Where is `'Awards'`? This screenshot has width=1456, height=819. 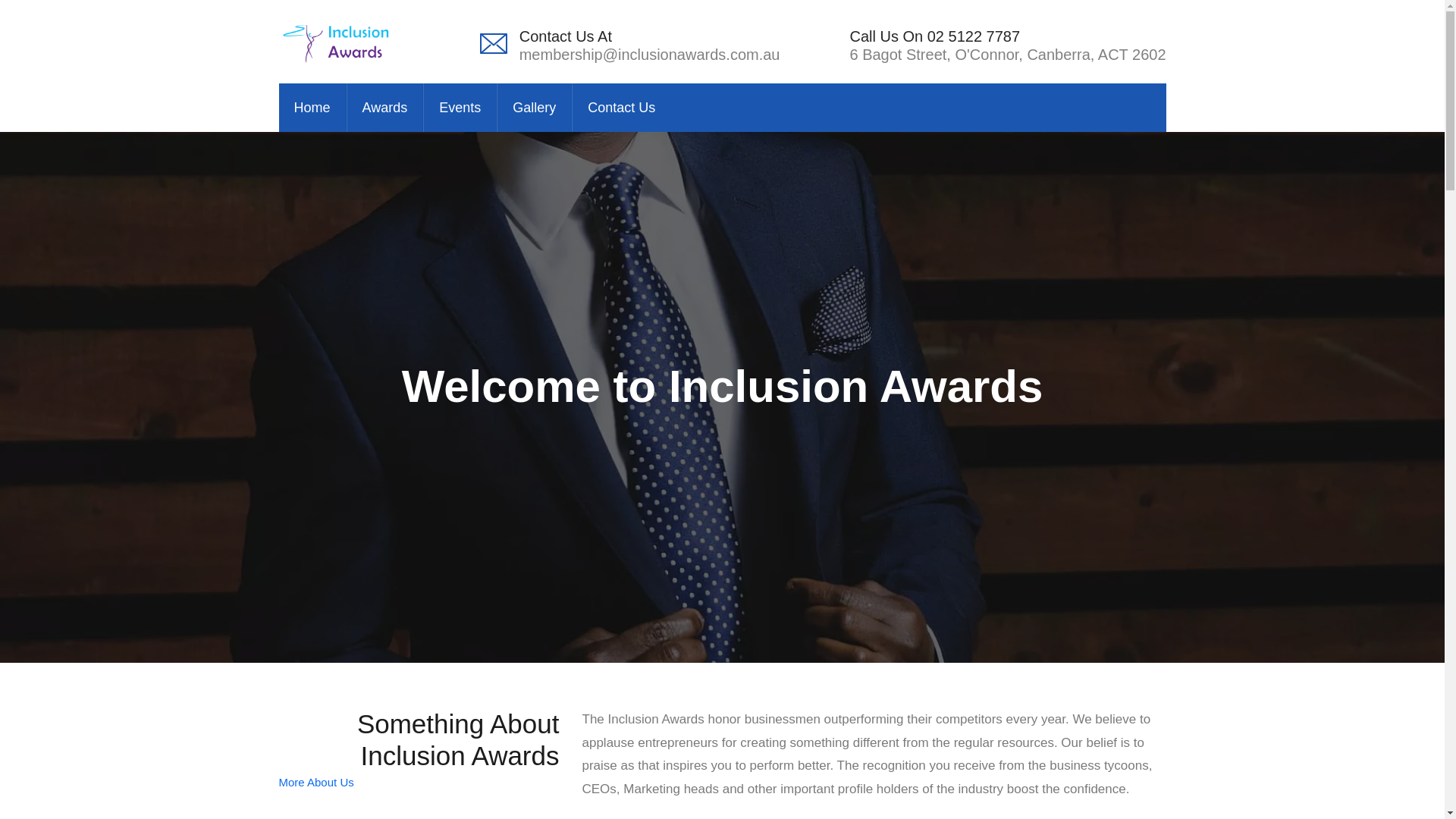 'Awards' is located at coordinates (345, 107).